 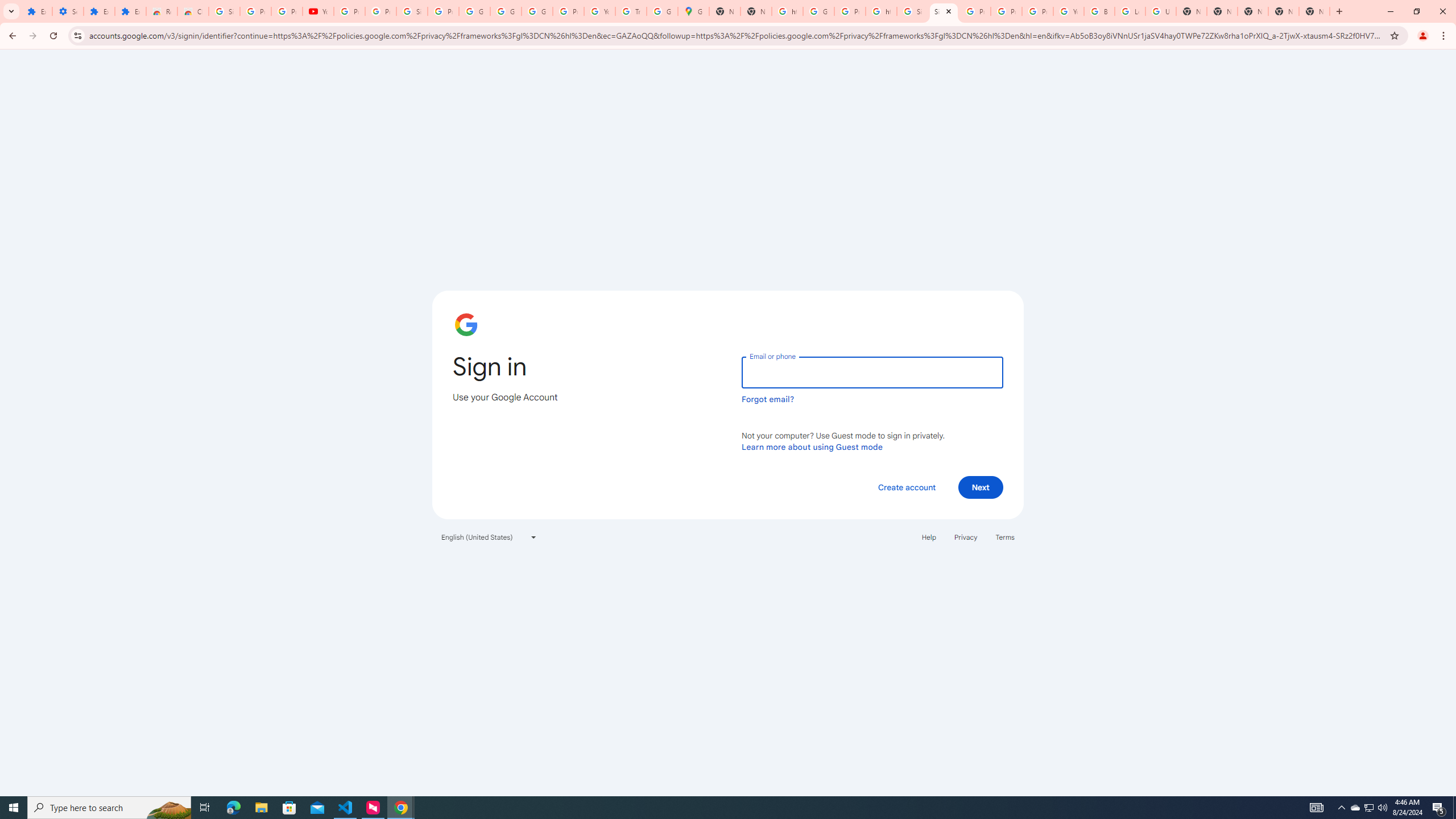 What do you see at coordinates (981, 486) in the screenshot?
I see `'Next'` at bounding box center [981, 486].